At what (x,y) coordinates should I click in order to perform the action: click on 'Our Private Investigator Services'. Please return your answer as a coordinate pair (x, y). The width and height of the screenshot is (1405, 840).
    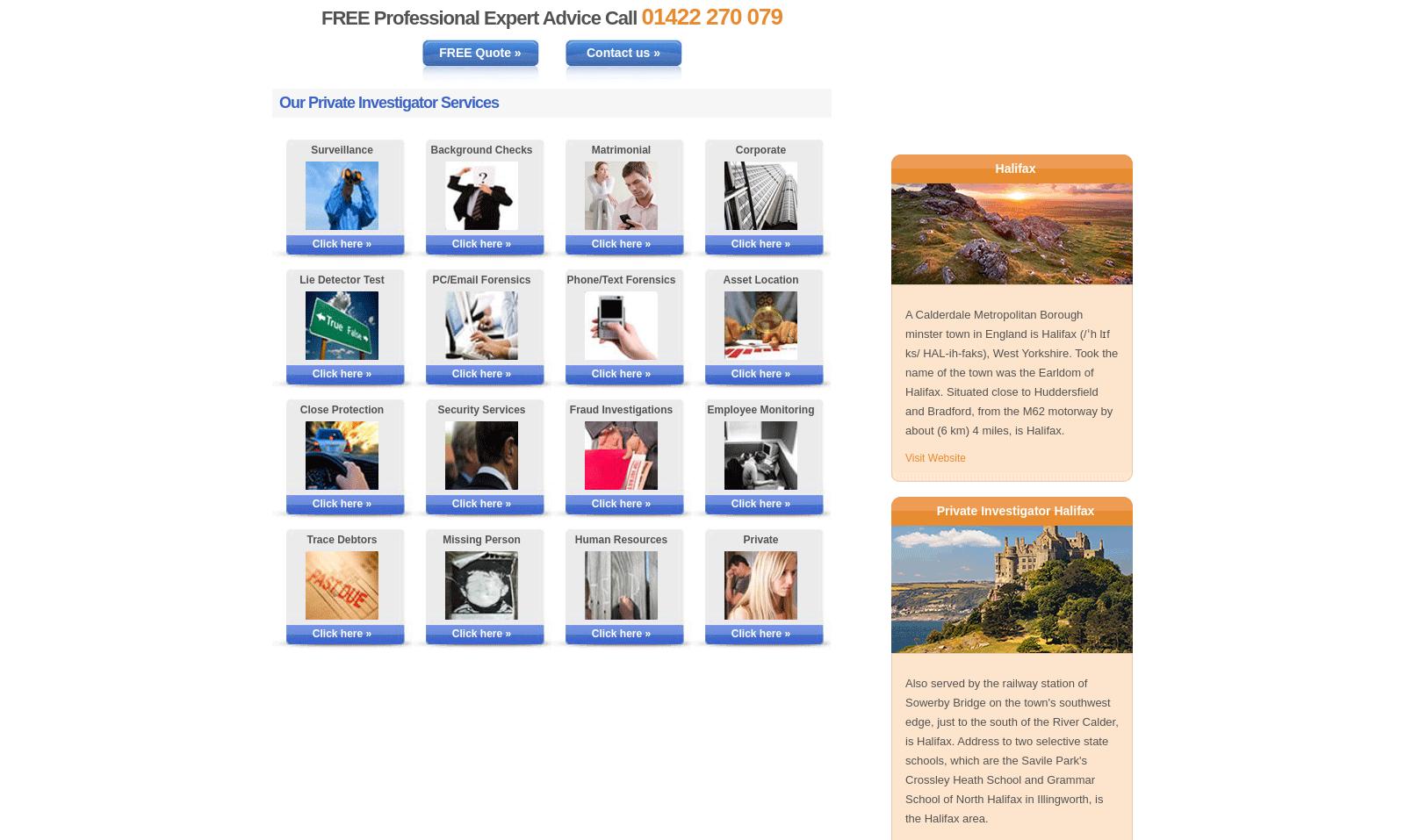
    Looking at the image, I should click on (388, 103).